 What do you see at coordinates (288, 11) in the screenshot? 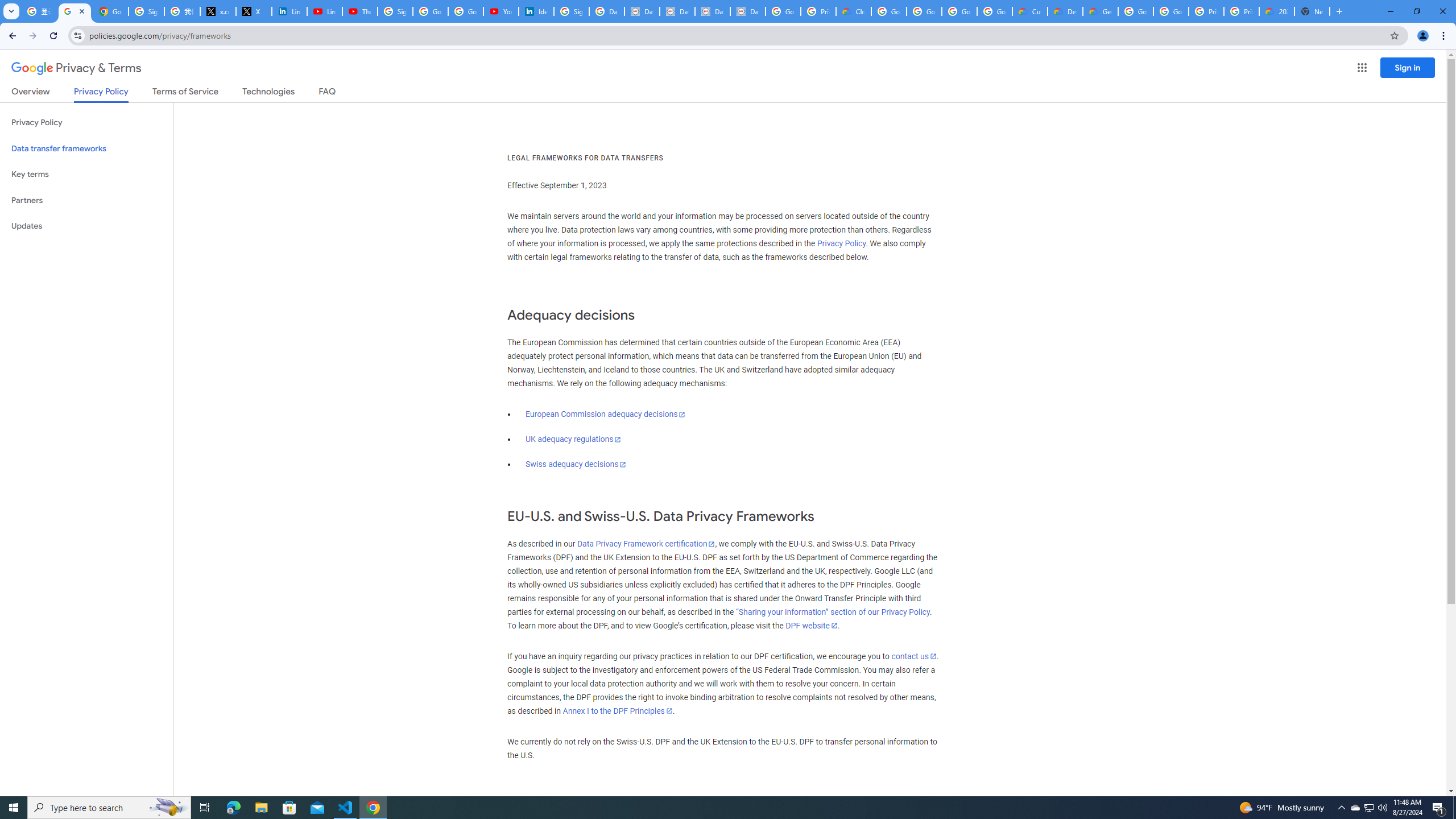
I see `'LinkedIn Privacy Policy'` at bounding box center [288, 11].